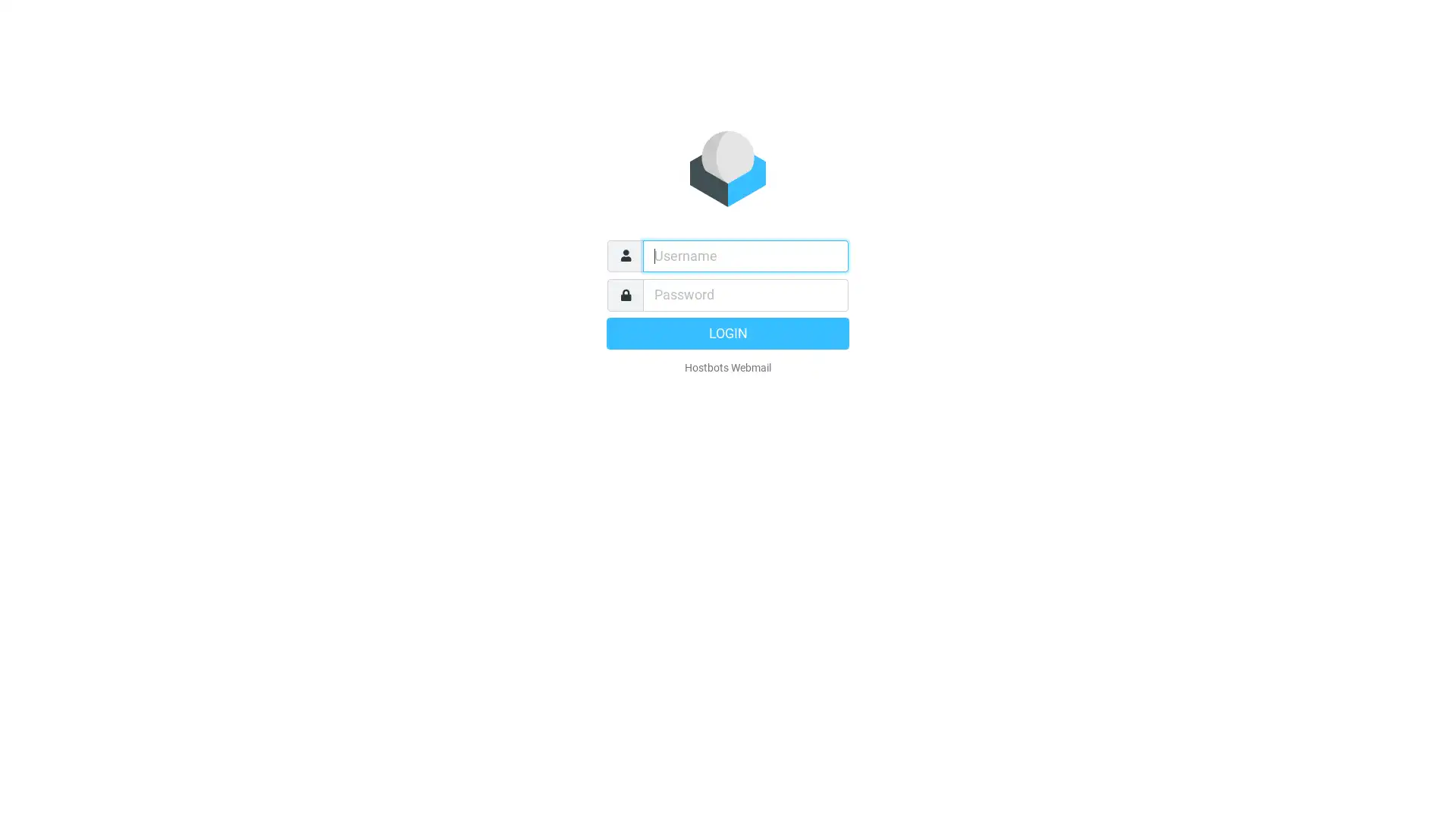 The height and width of the screenshot is (819, 1456). I want to click on LOGIN, so click(728, 332).